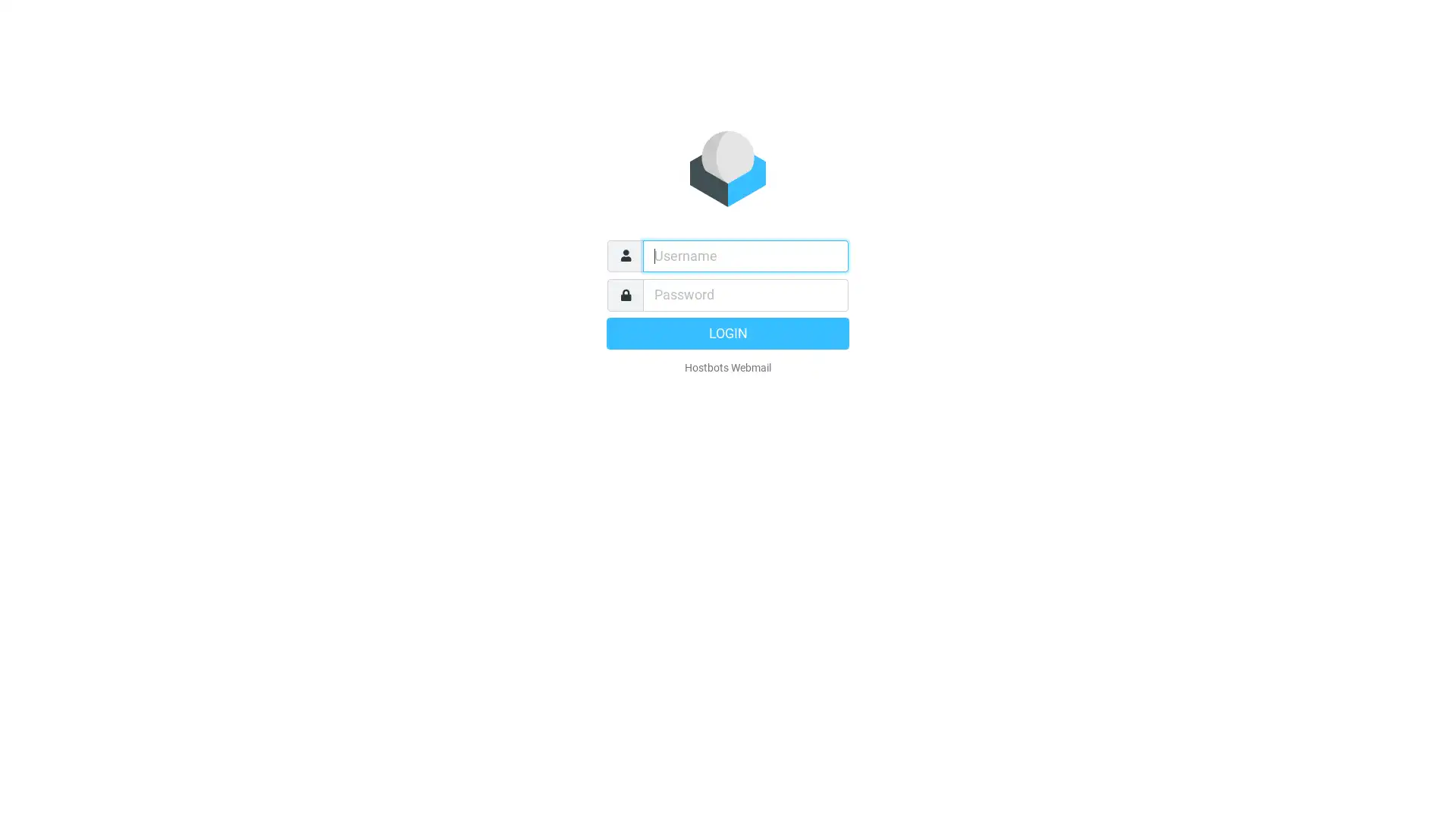 The height and width of the screenshot is (819, 1456). I want to click on LOGIN, so click(728, 332).